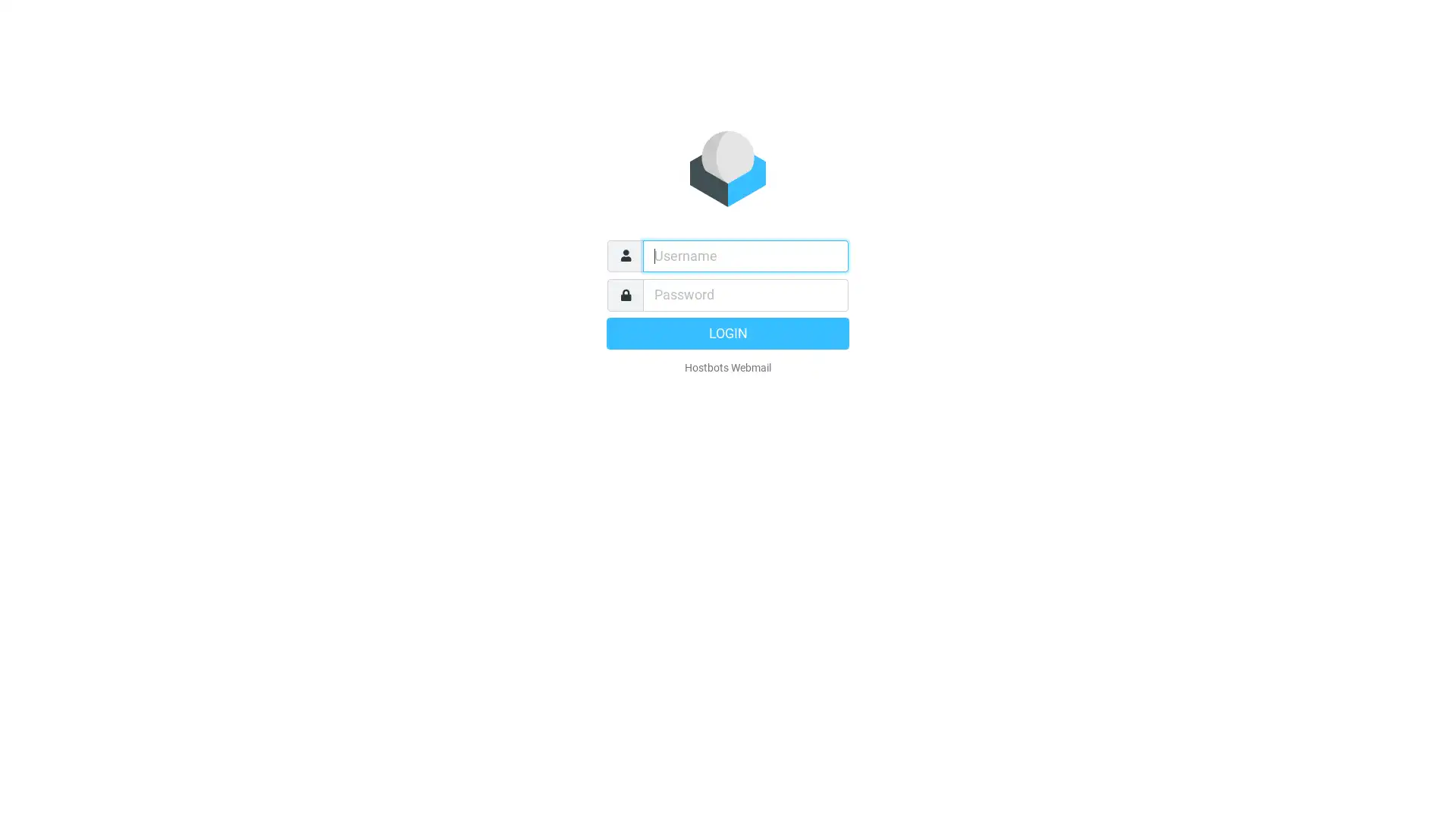 The height and width of the screenshot is (819, 1456). I want to click on LOGIN, so click(728, 332).